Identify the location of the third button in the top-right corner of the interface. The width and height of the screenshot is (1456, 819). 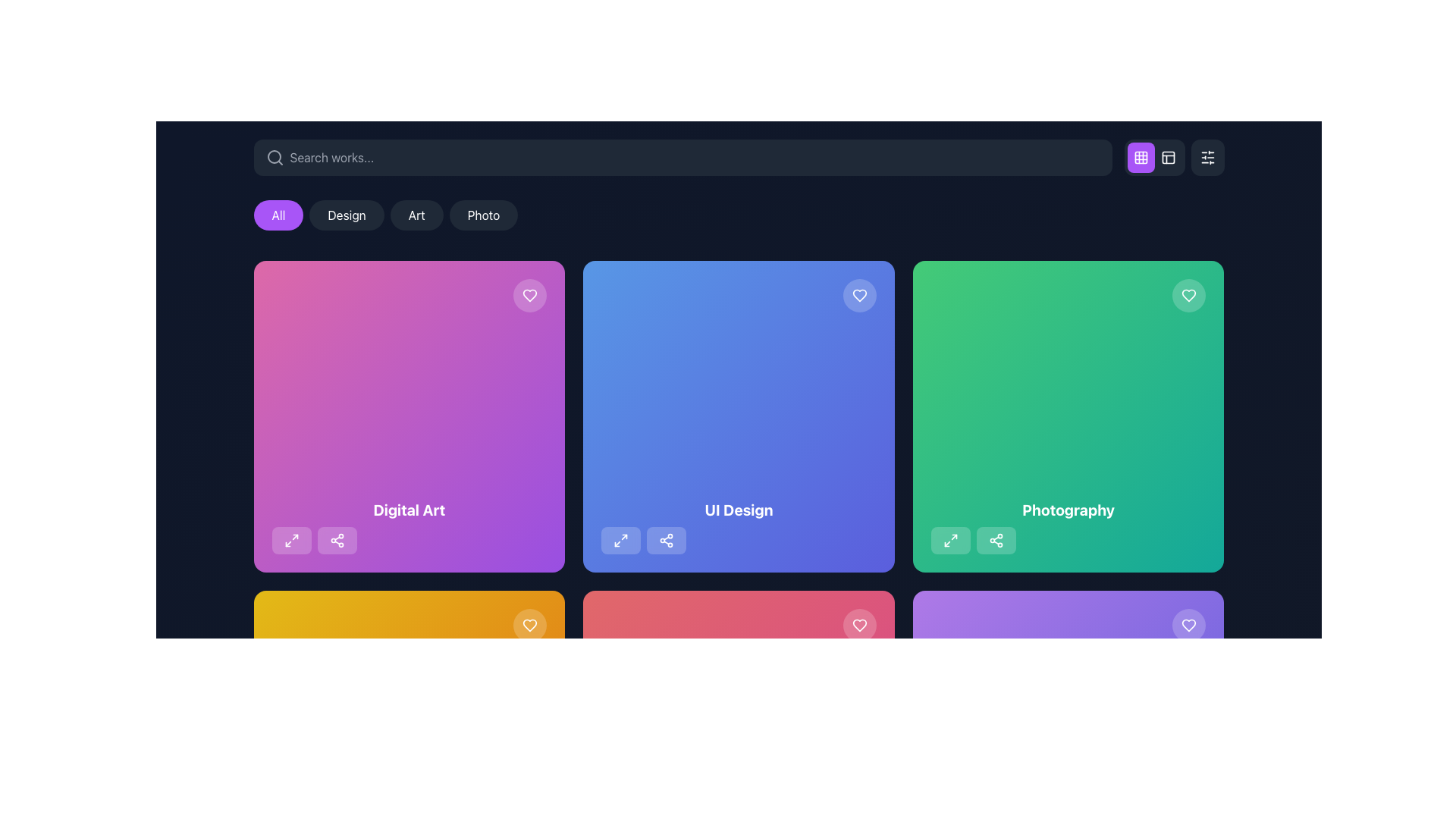
(1167, 158).